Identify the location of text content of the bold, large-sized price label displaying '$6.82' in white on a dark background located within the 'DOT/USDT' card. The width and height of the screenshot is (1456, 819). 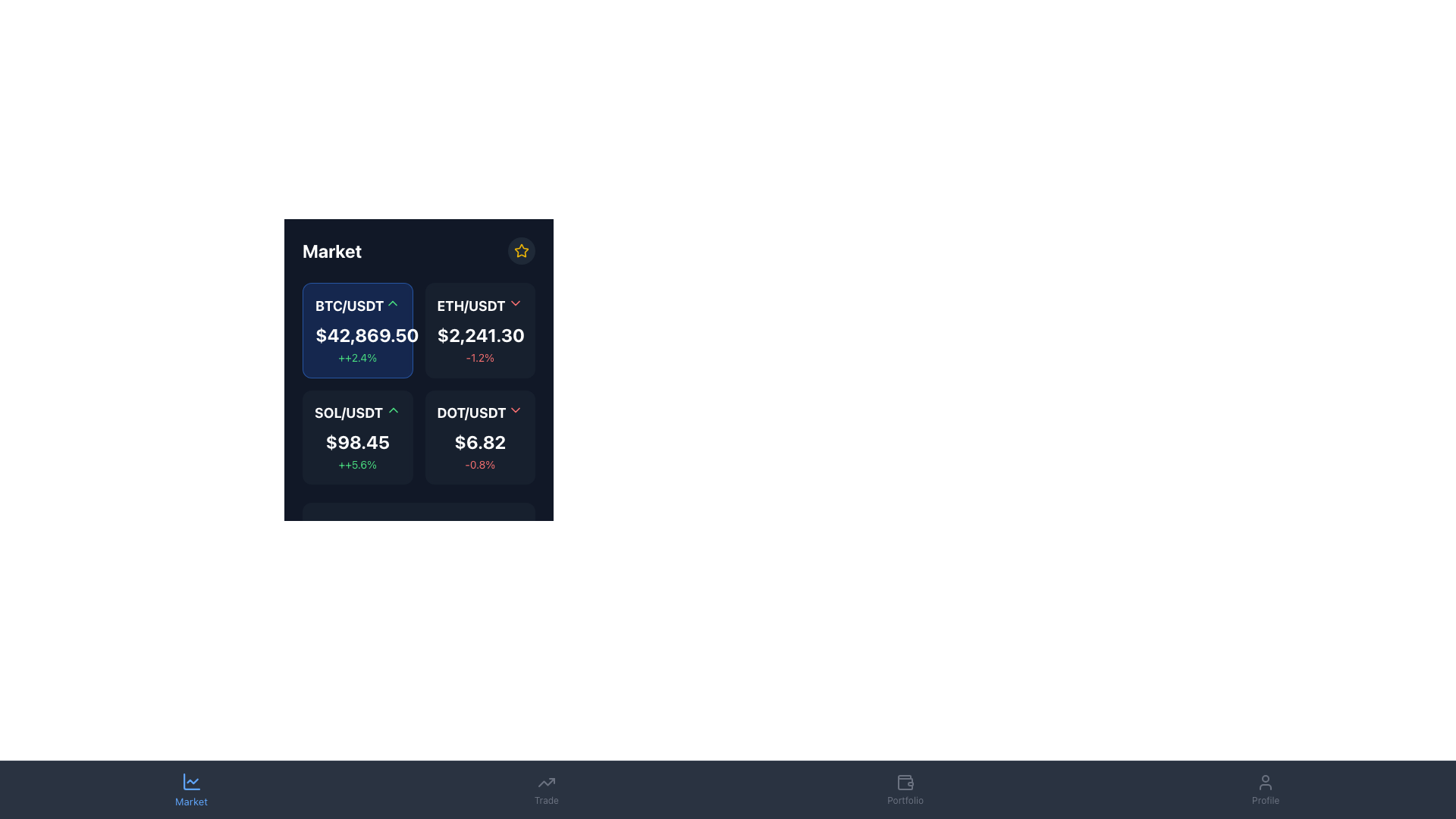
(479, 441).